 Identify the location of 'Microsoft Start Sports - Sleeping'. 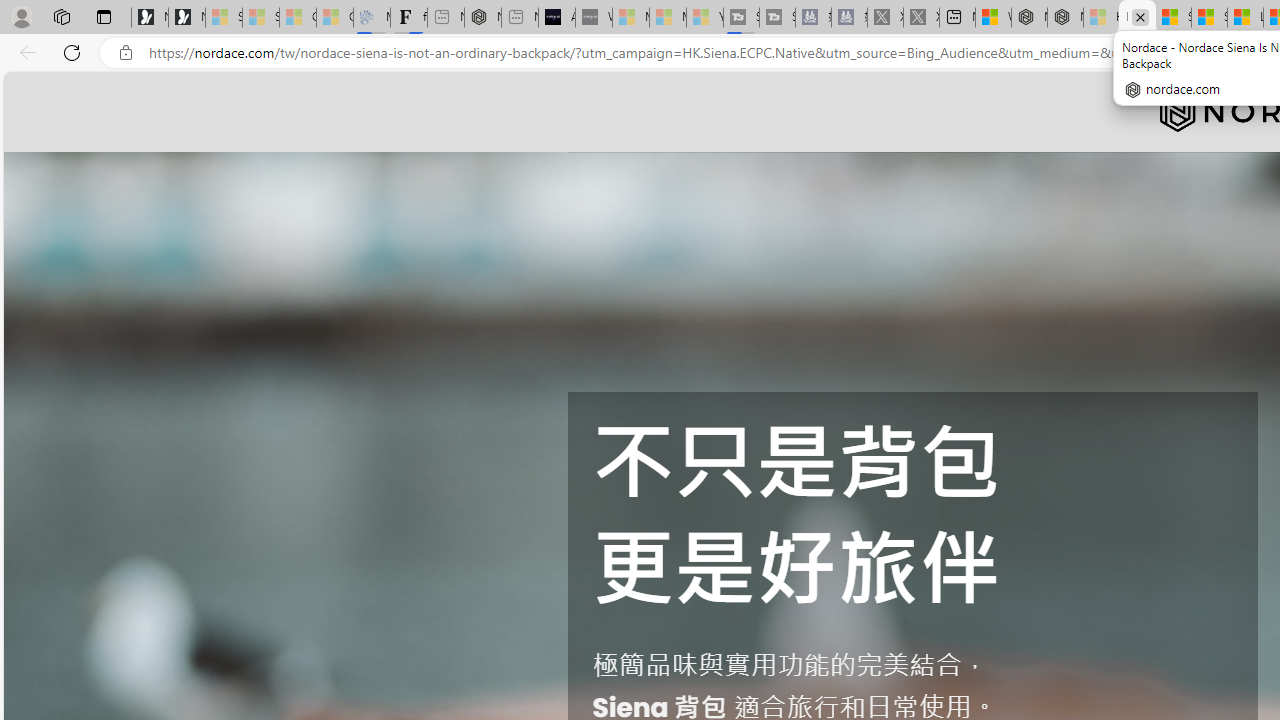
(630, 17).